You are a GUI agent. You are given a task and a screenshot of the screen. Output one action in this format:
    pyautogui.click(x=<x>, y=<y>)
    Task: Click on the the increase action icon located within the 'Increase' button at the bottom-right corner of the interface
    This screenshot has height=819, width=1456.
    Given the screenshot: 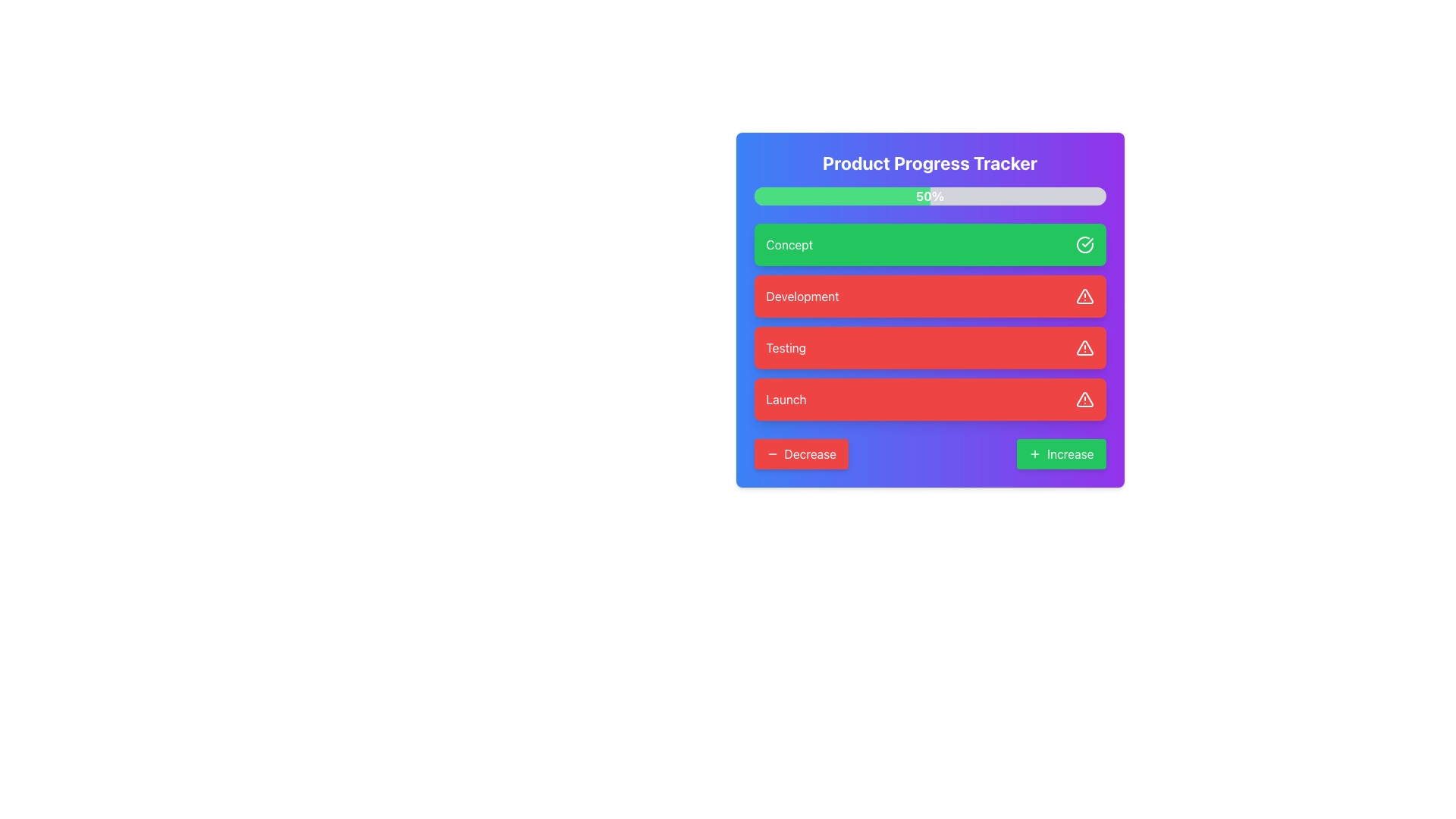 What is the action you would take?
    pyautogui.click(x=1034, y=453)
    